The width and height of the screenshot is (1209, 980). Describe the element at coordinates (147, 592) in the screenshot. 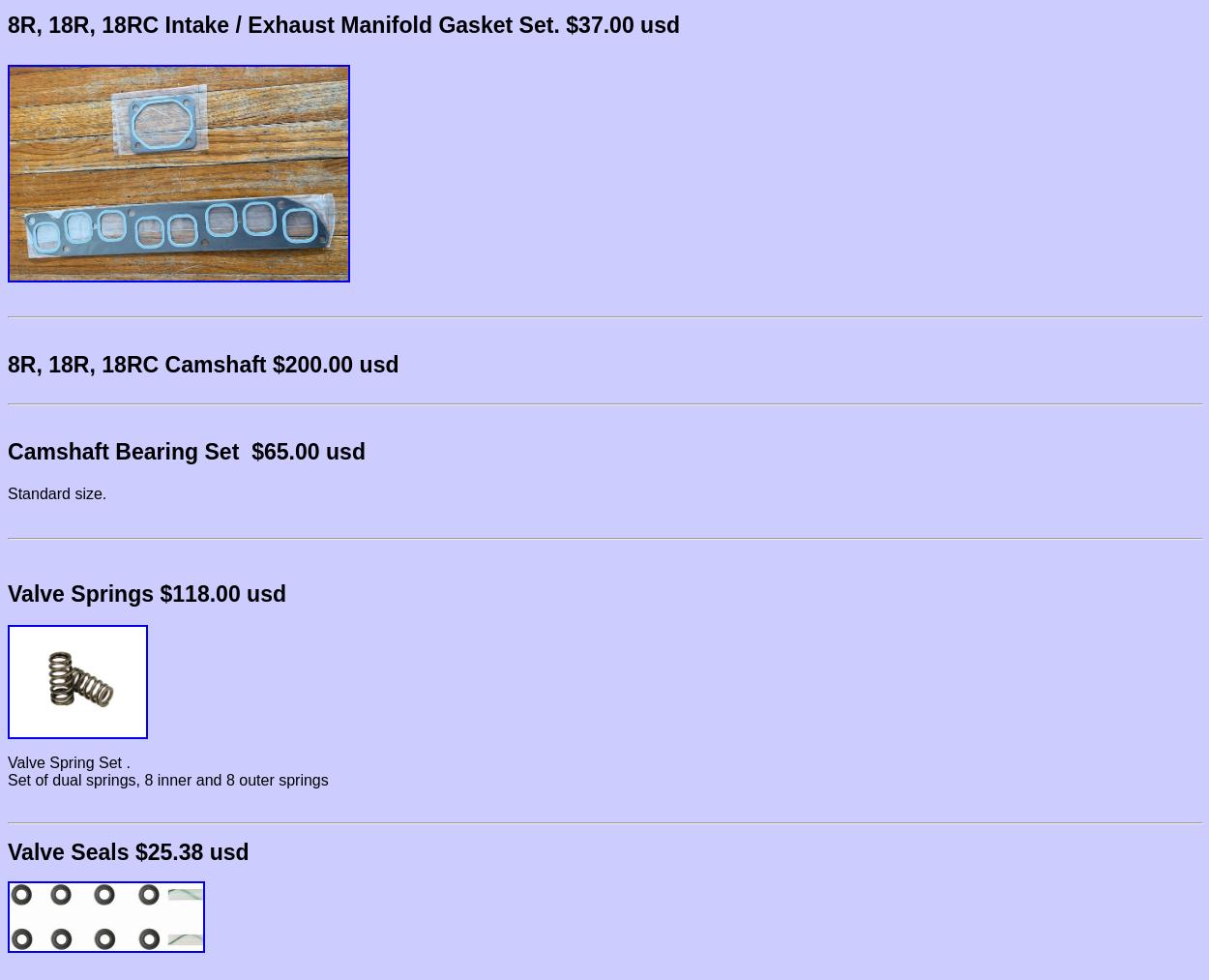

I see `'Valve Springs $118.00 usd'` at that location.